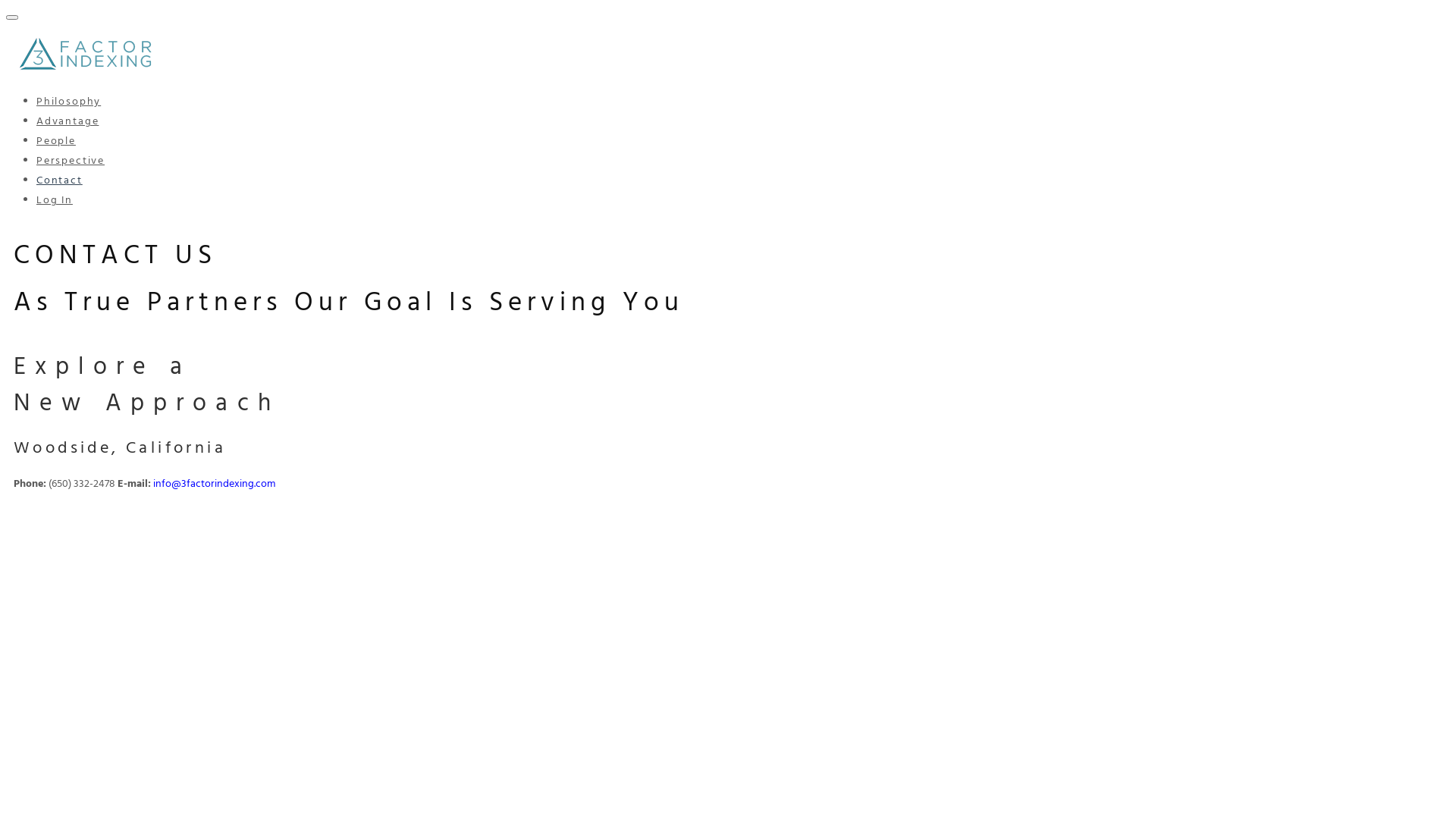 The height and width of the screenshot is (819, 1456). What do you see at coordinates (59, 180) in the screenshot?
I see `'Contact'` at bounding box center [59, 180].